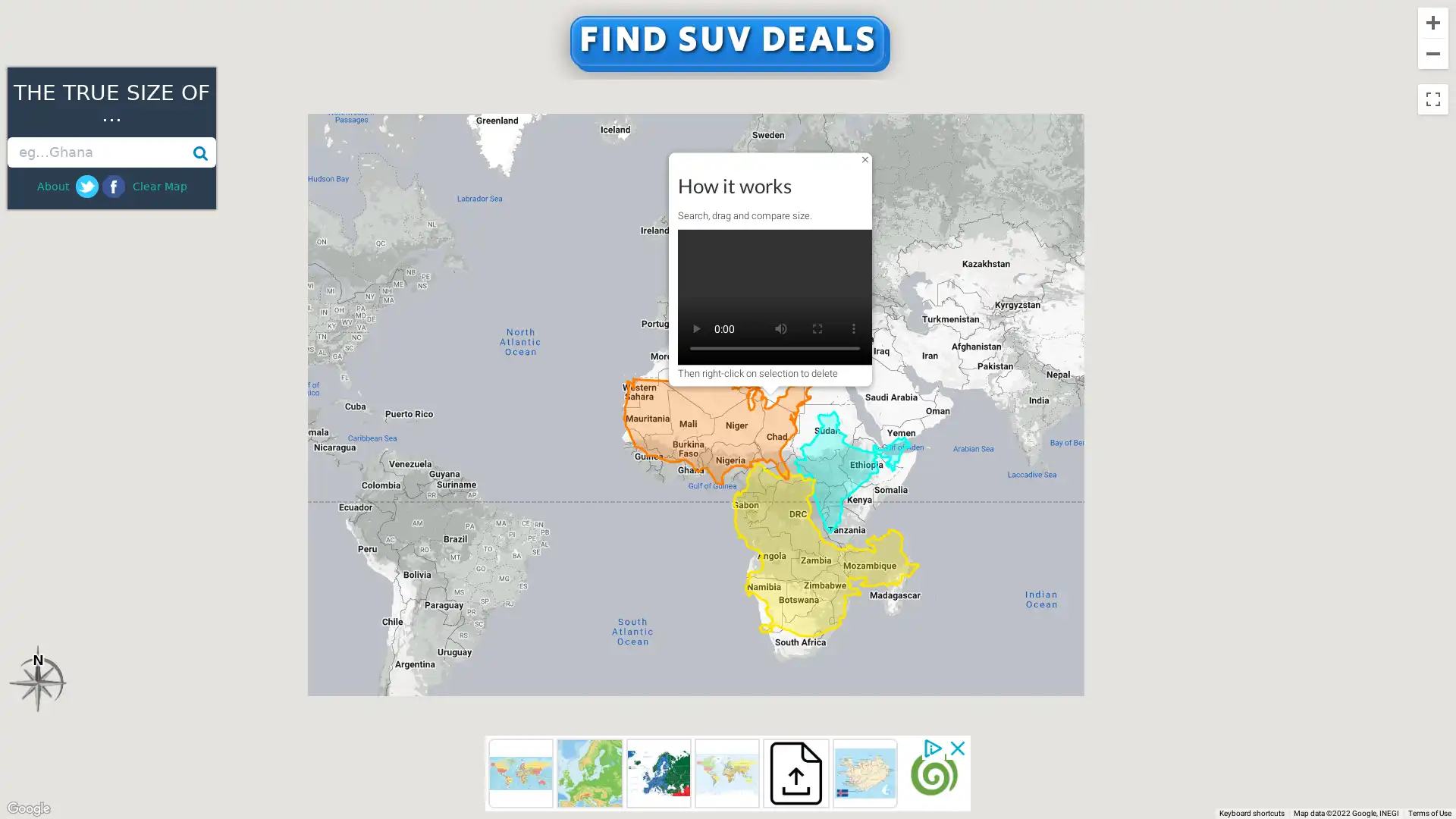 This screenshot has width=1456, height=819. Describe the element at coordinates (1432, 52) in the screenshot. I see `Zoom out` at that location.